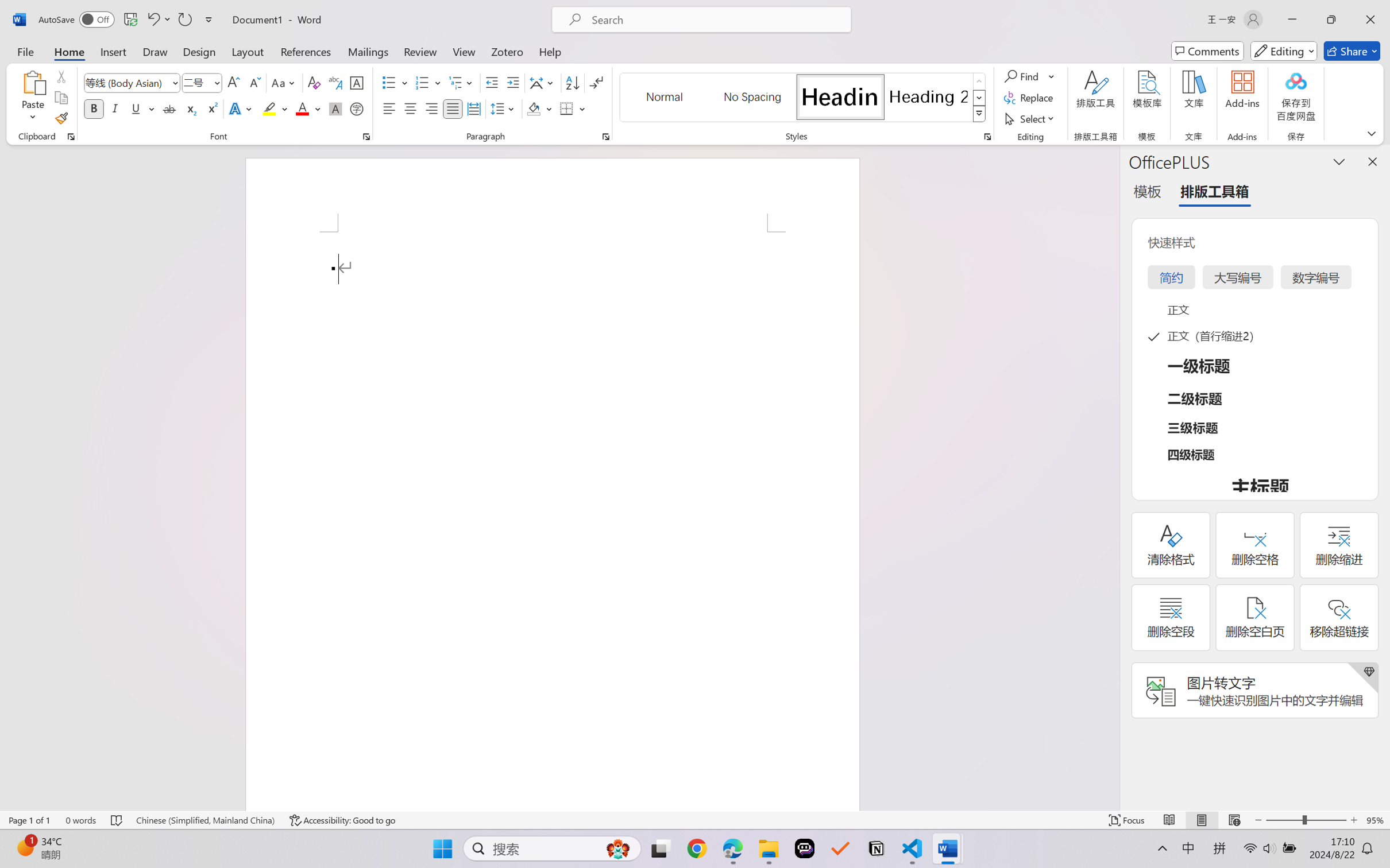  I want to click on 'Page 1 content', so click(552, 521).